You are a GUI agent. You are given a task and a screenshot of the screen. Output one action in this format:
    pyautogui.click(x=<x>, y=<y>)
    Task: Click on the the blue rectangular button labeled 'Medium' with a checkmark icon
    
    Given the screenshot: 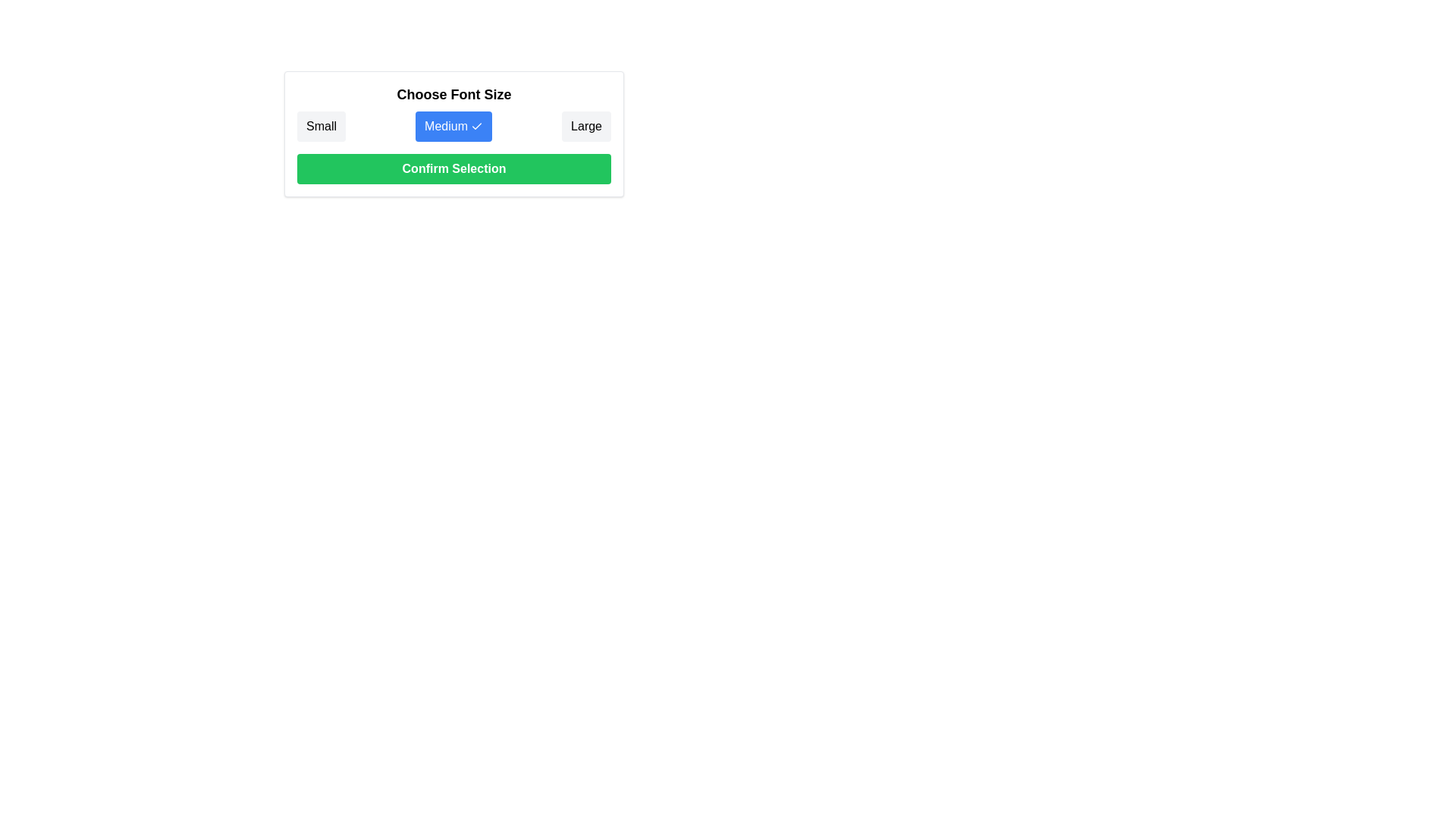 What is the action you would take?
    pyautogui.click(x=453, y=133)
    